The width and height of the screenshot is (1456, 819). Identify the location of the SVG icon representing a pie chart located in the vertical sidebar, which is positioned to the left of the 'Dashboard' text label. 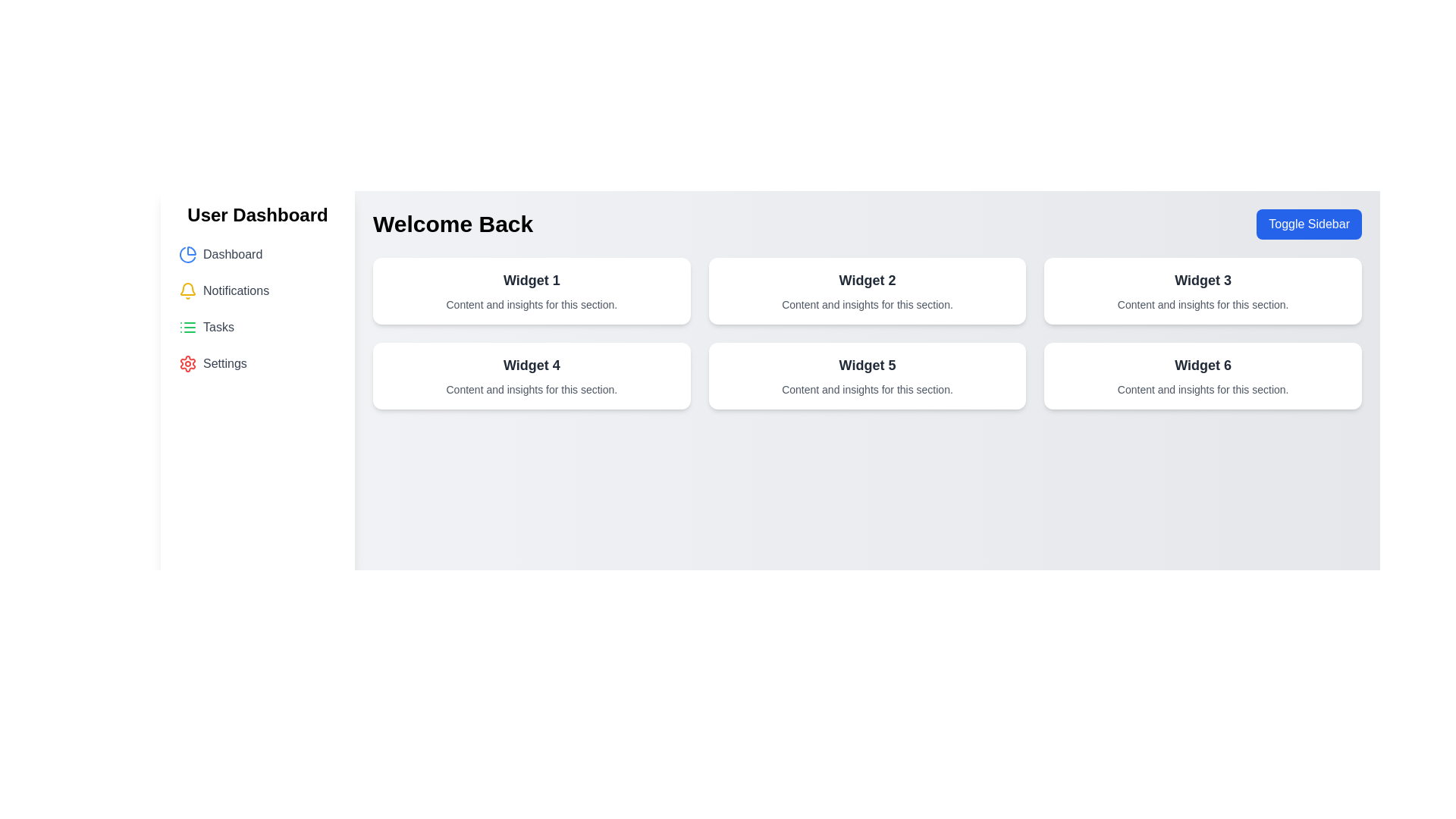
(187, 253).